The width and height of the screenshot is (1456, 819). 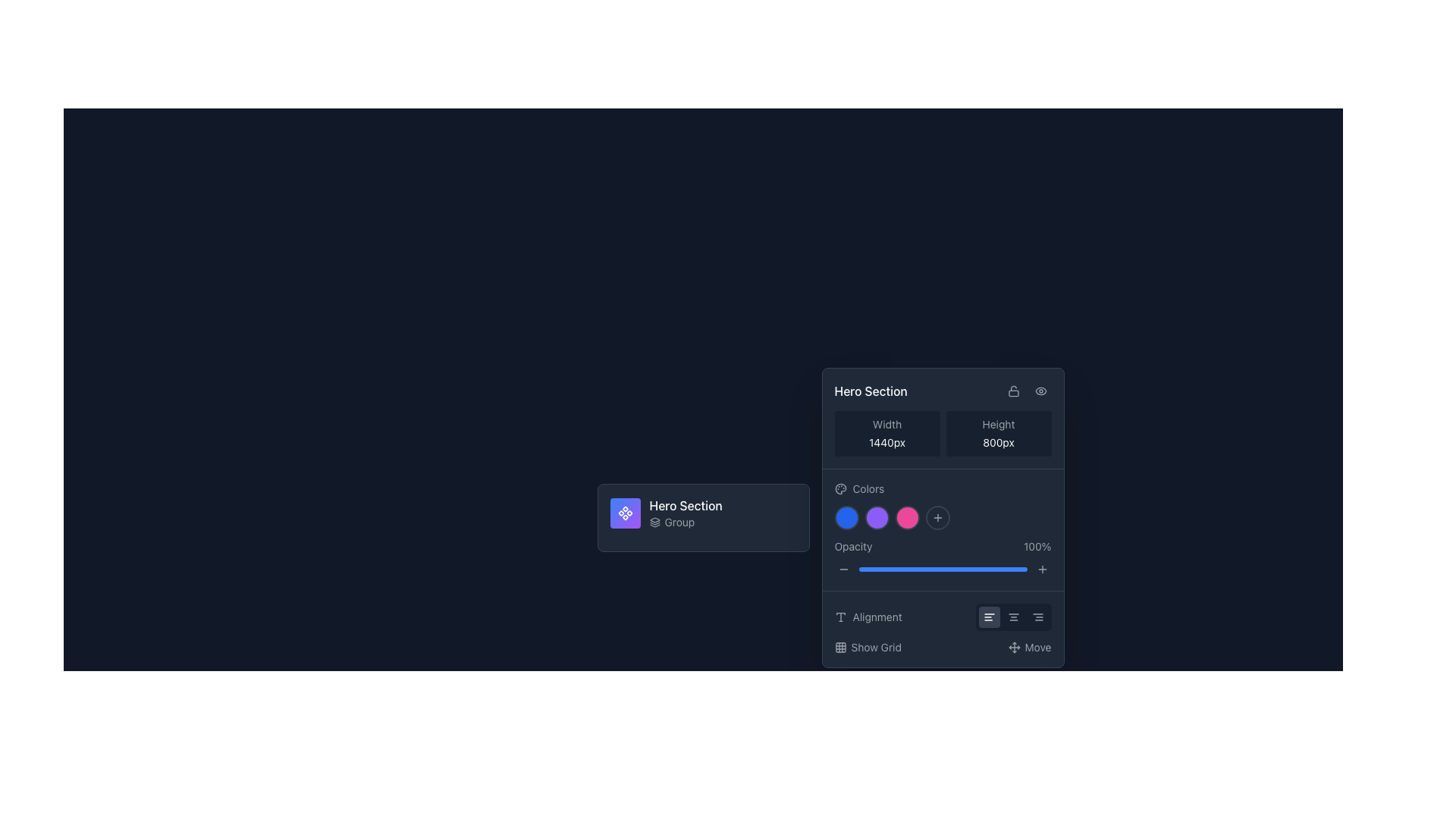 I want to click on the text label displaying 'Hero Section' in white color, positioned at the top-left of its group, so click(x=685, y=506).